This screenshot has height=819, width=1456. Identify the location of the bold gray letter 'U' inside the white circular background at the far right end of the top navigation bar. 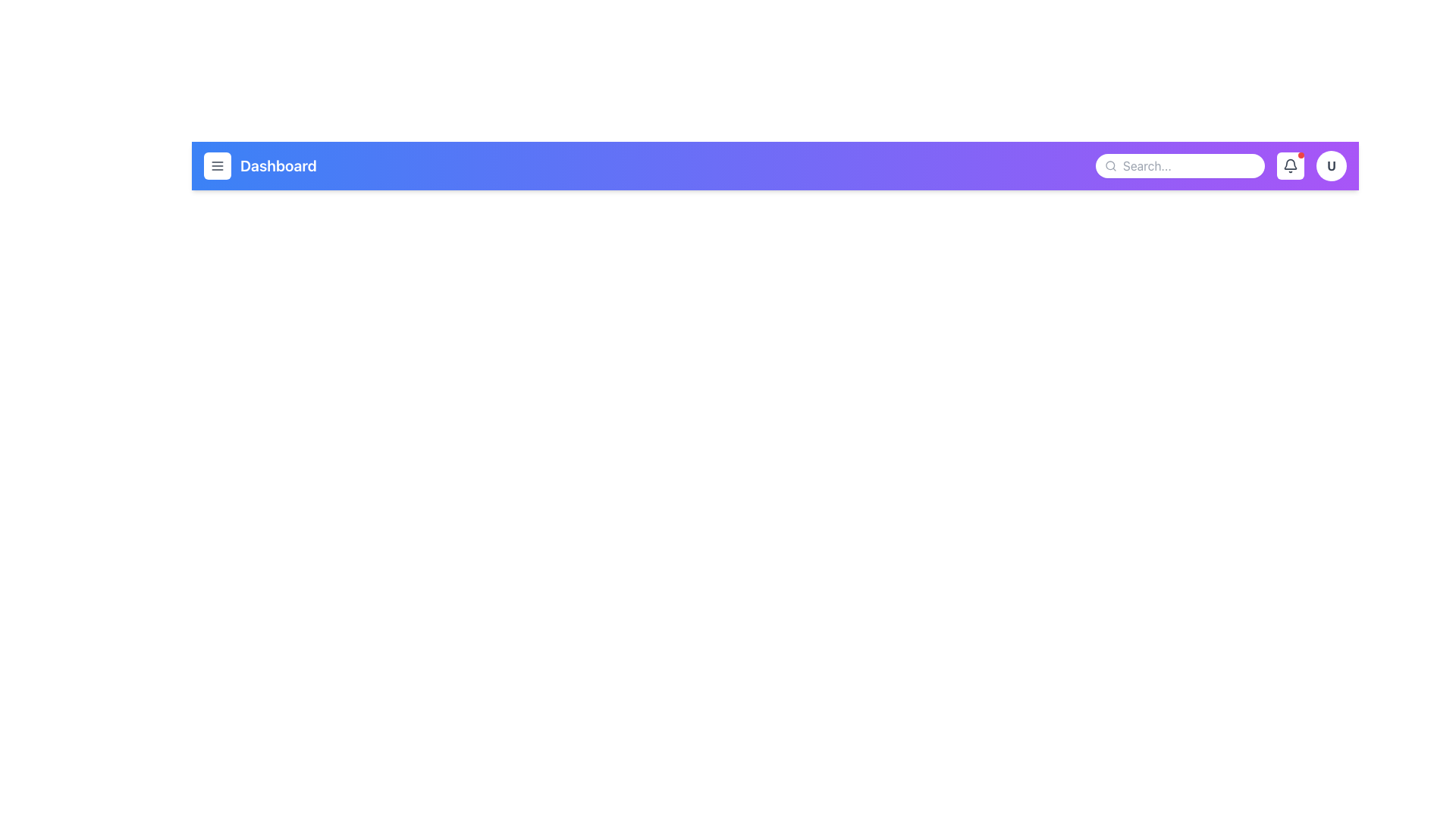
(1331, 166).